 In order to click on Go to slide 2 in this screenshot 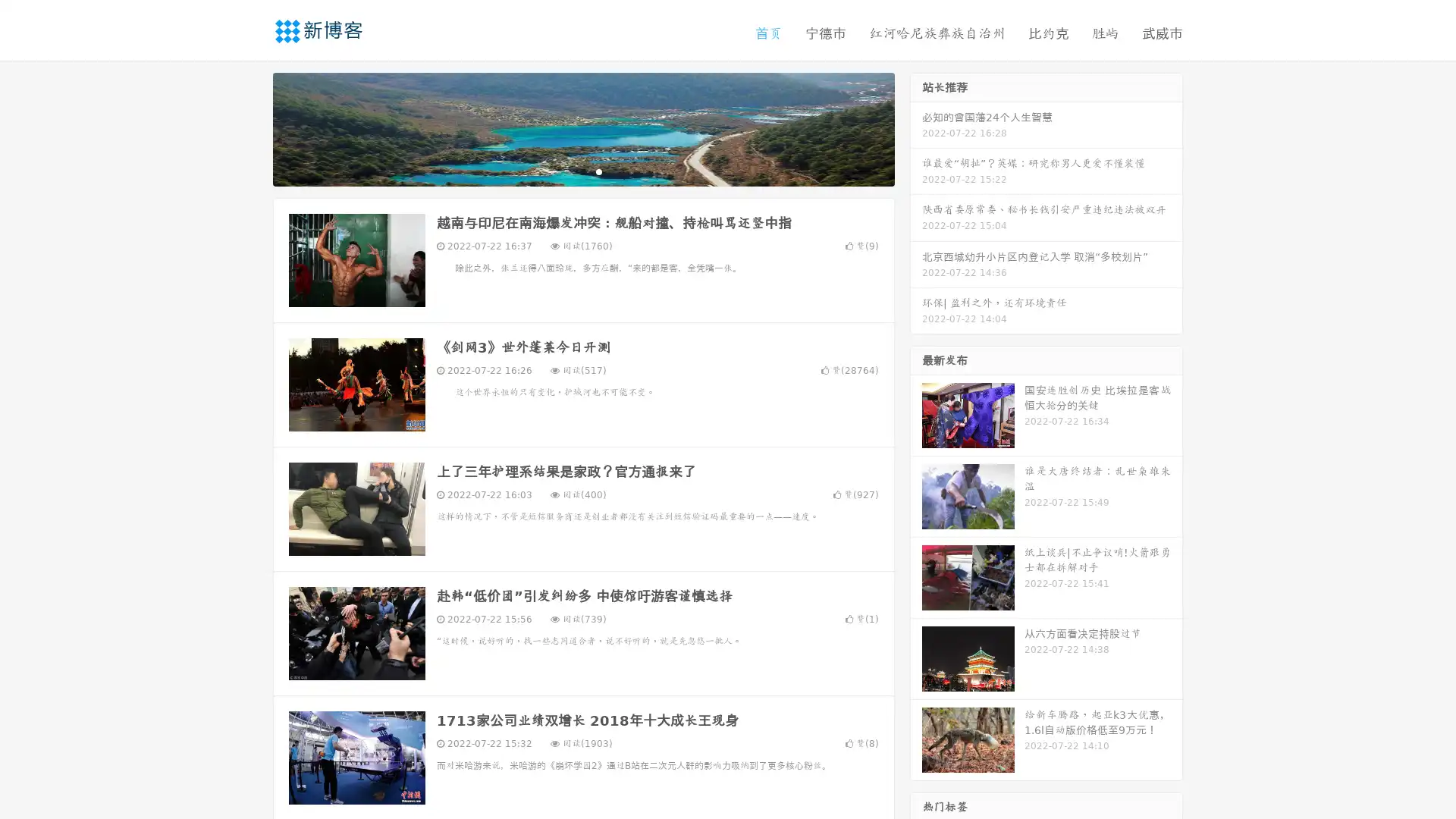, I will do `click(582, 171)`.